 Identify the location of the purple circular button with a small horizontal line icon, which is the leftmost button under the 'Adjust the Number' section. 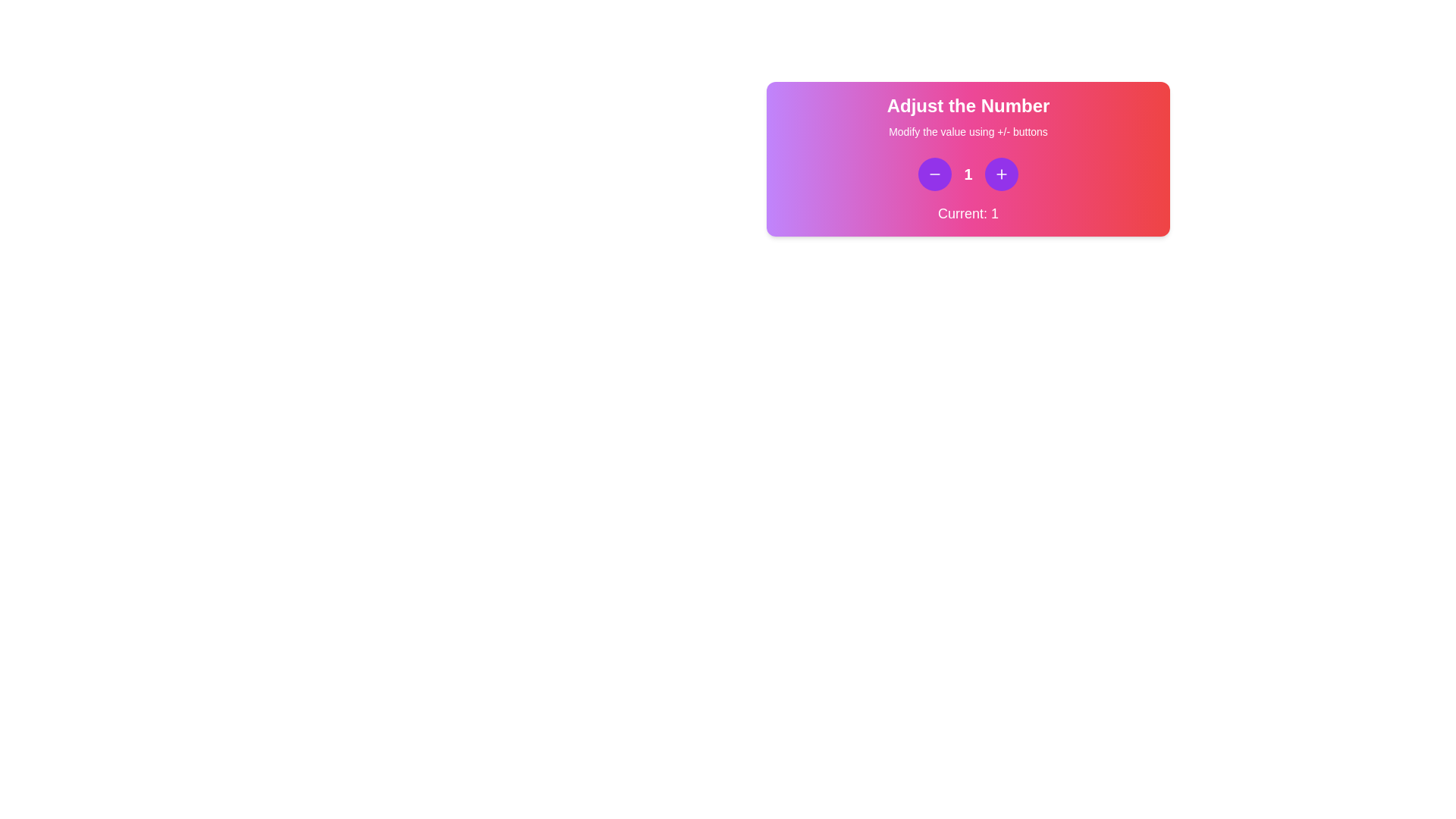
(934, 174).